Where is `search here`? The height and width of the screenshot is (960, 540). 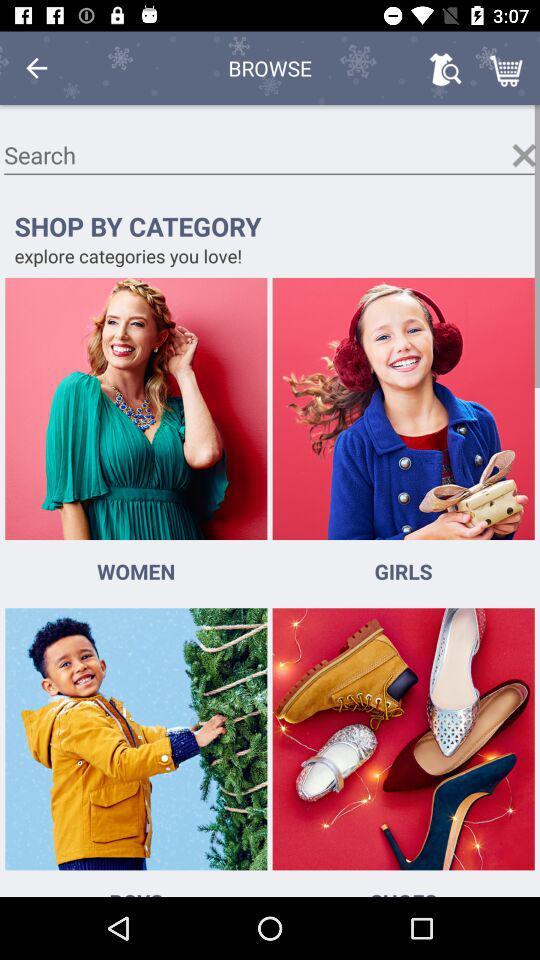 search here is located at coordinates (270, 154).